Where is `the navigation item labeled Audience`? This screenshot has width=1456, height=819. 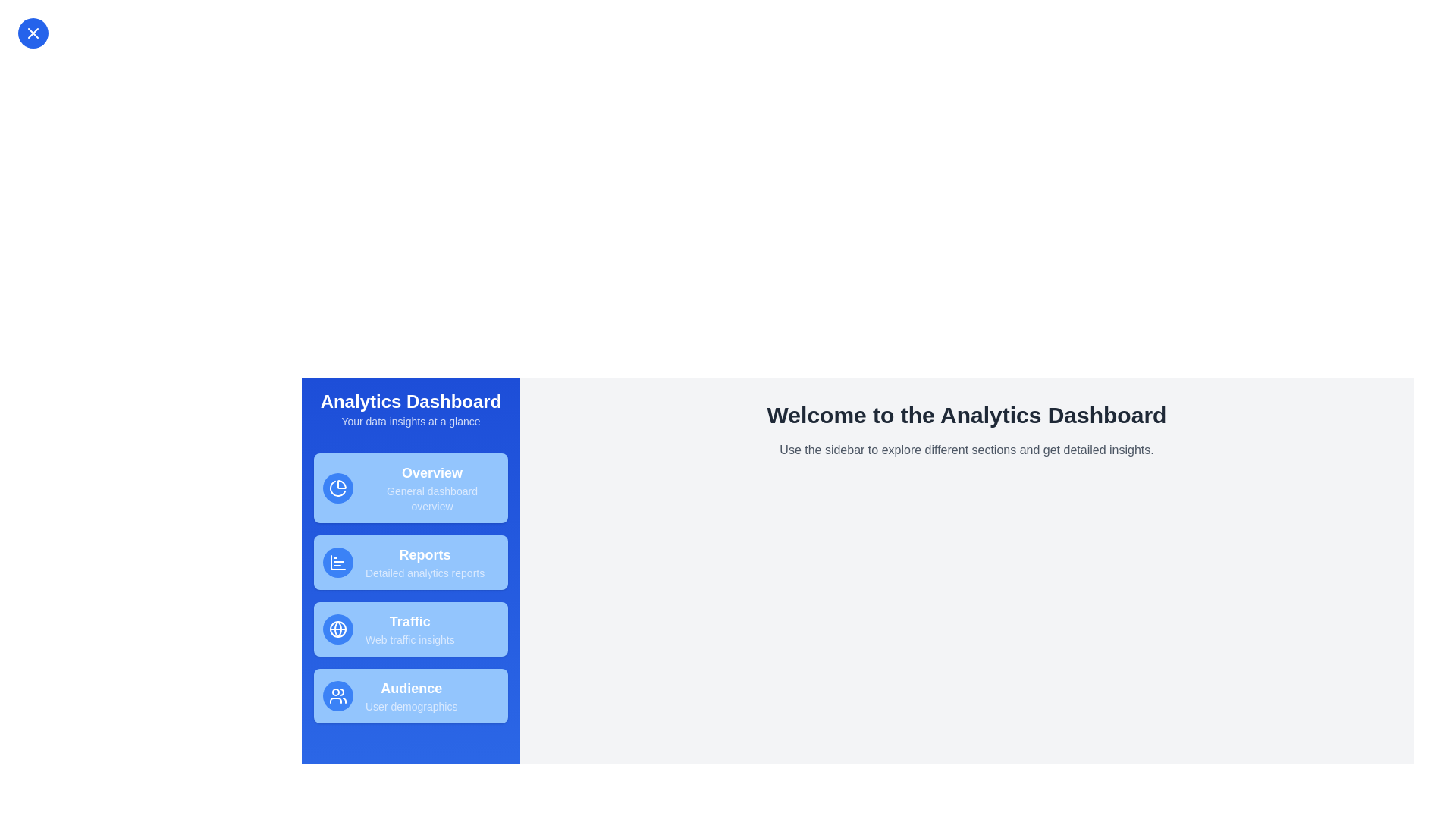 the navigation item labeled Audience is located at coordinates (411, 696).